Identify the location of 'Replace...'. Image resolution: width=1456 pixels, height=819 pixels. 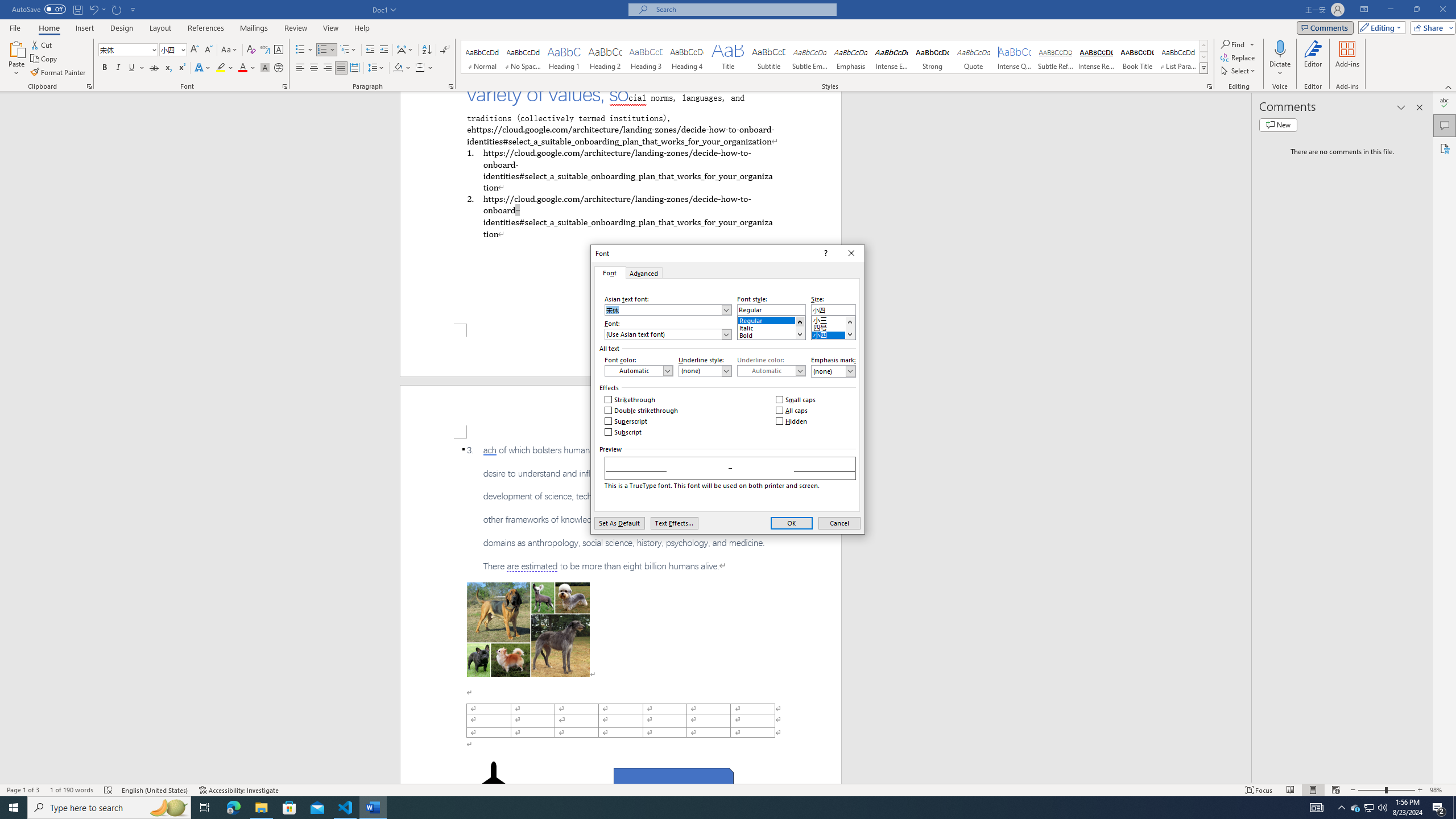
(1238, 56).